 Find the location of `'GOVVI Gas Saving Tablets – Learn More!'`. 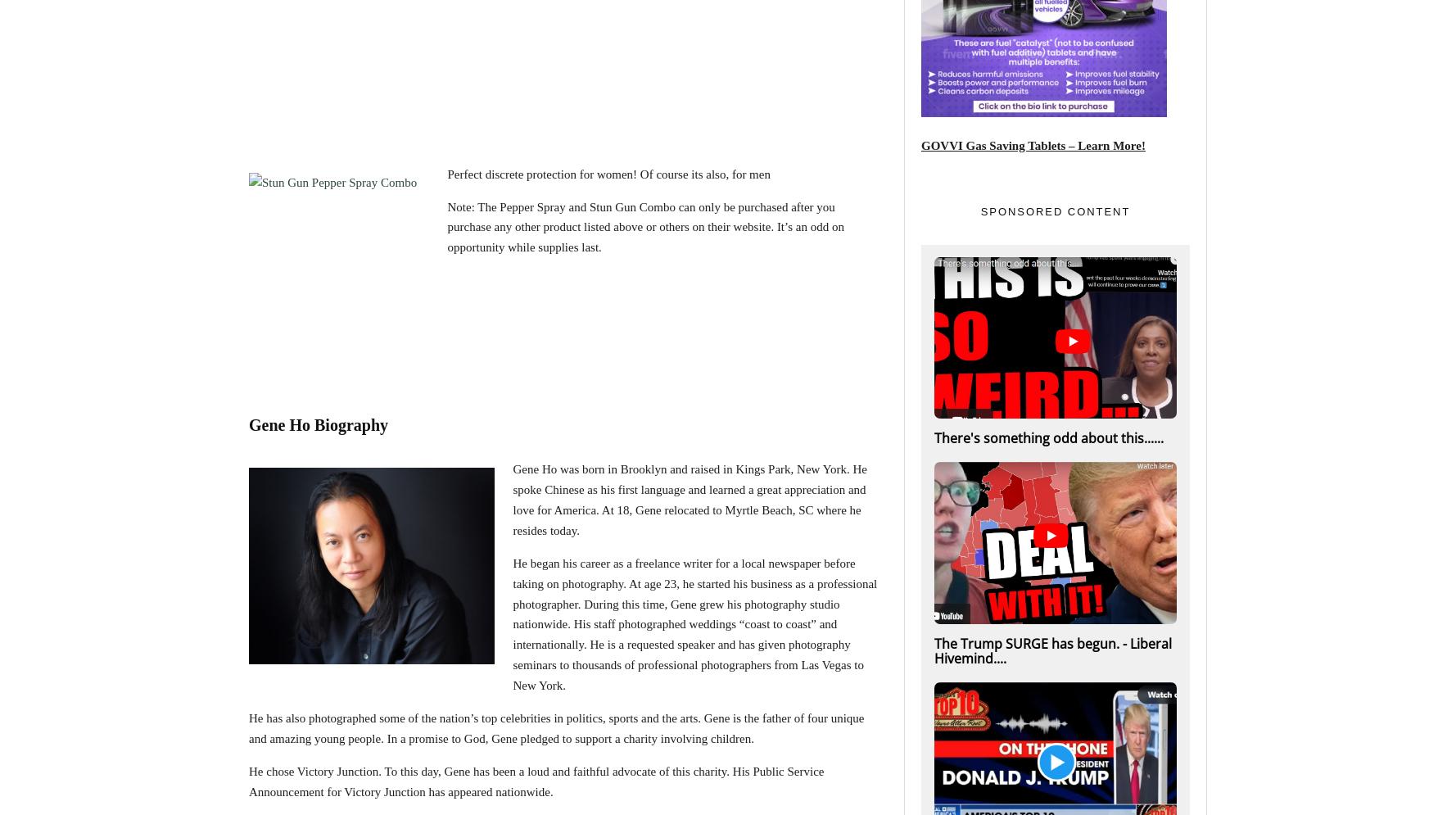

'GOVVI Gas Saving Tablets – Learn More!' is located at coordinates (1032, 146).